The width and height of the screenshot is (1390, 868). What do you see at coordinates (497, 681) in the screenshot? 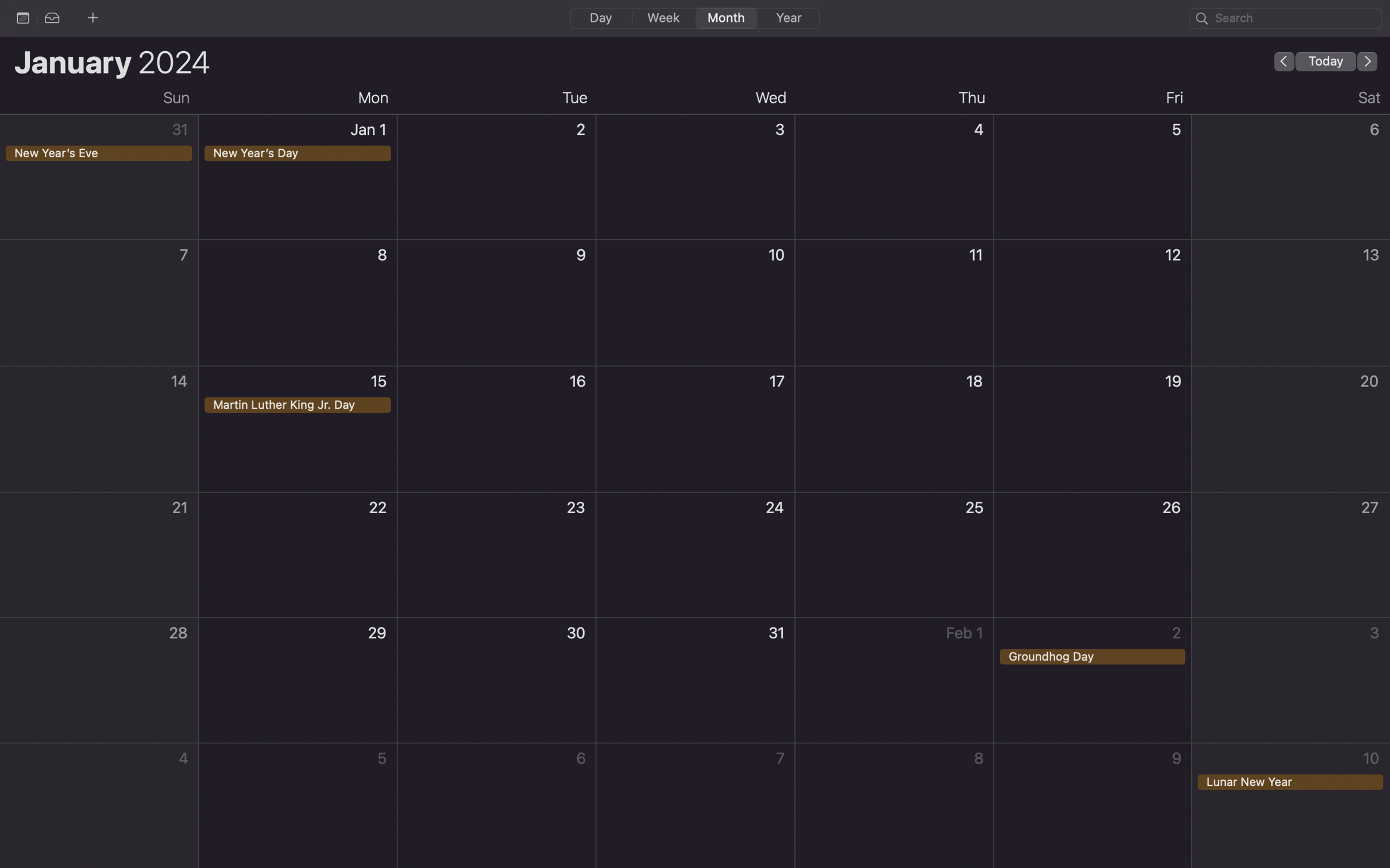
I see `the procedure to schedule an event on the 30th of the month` at bounding box center [497, 681].